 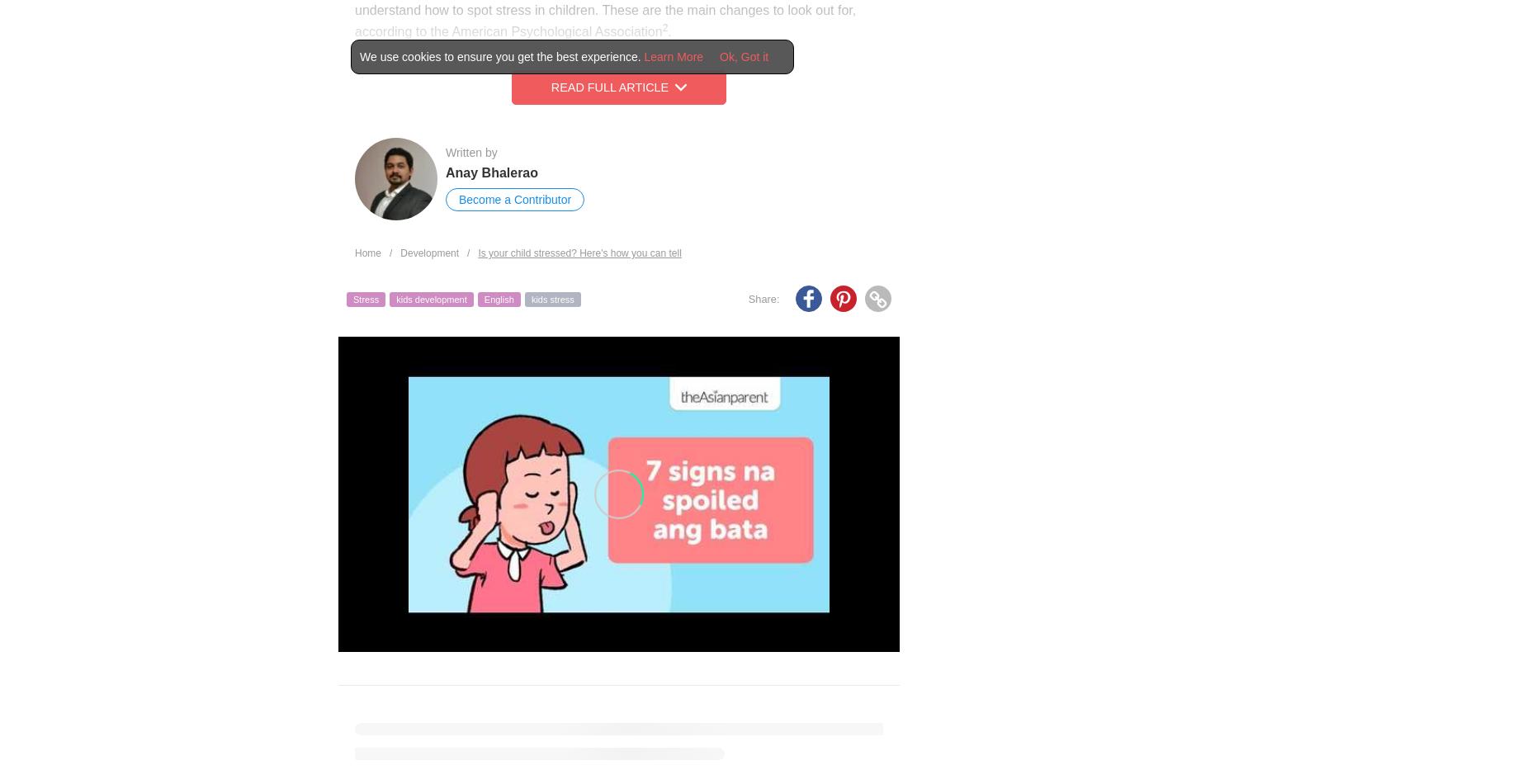 I want to click on ':', so click(x=774, y=297).